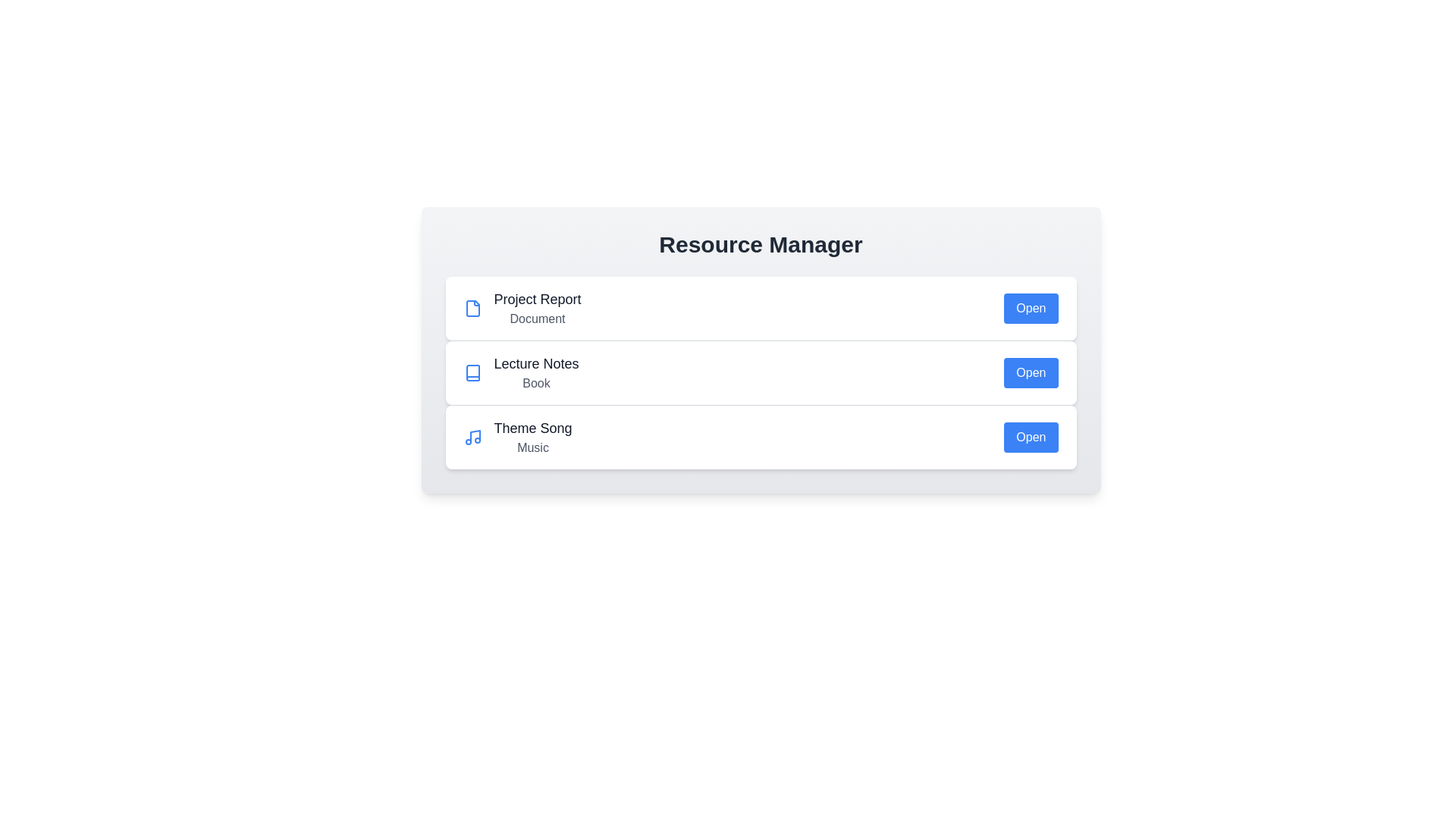  I want to click on the icon representing the resource type Document to highlight it, so click(472, 308).